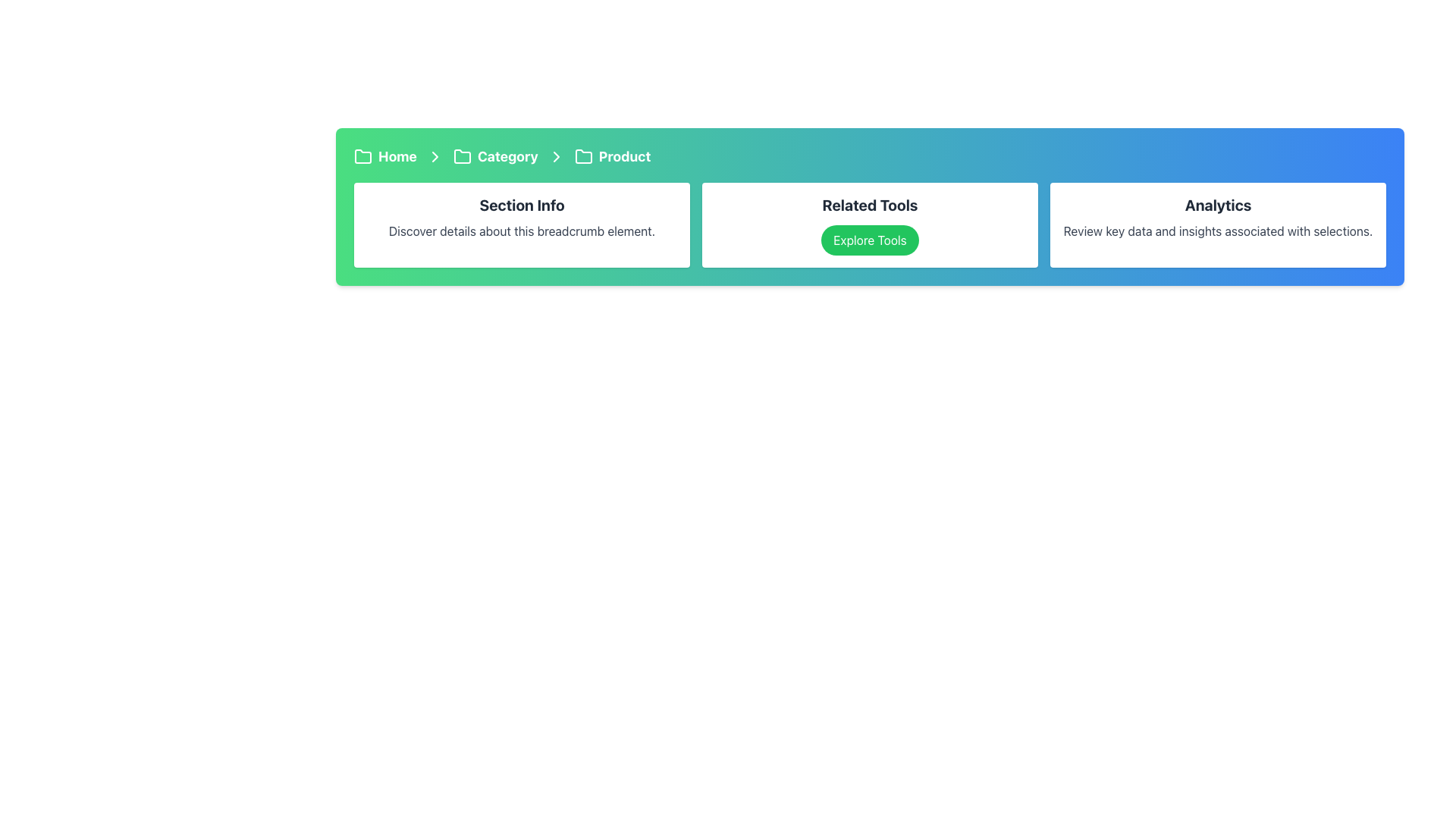  Describe the element at coordinates (870, 225) in the screenshot. I see `text in the panel titled 'Related Tools' to understand its purpose, which contains a button labeled 'Explore Tools'` at that location.